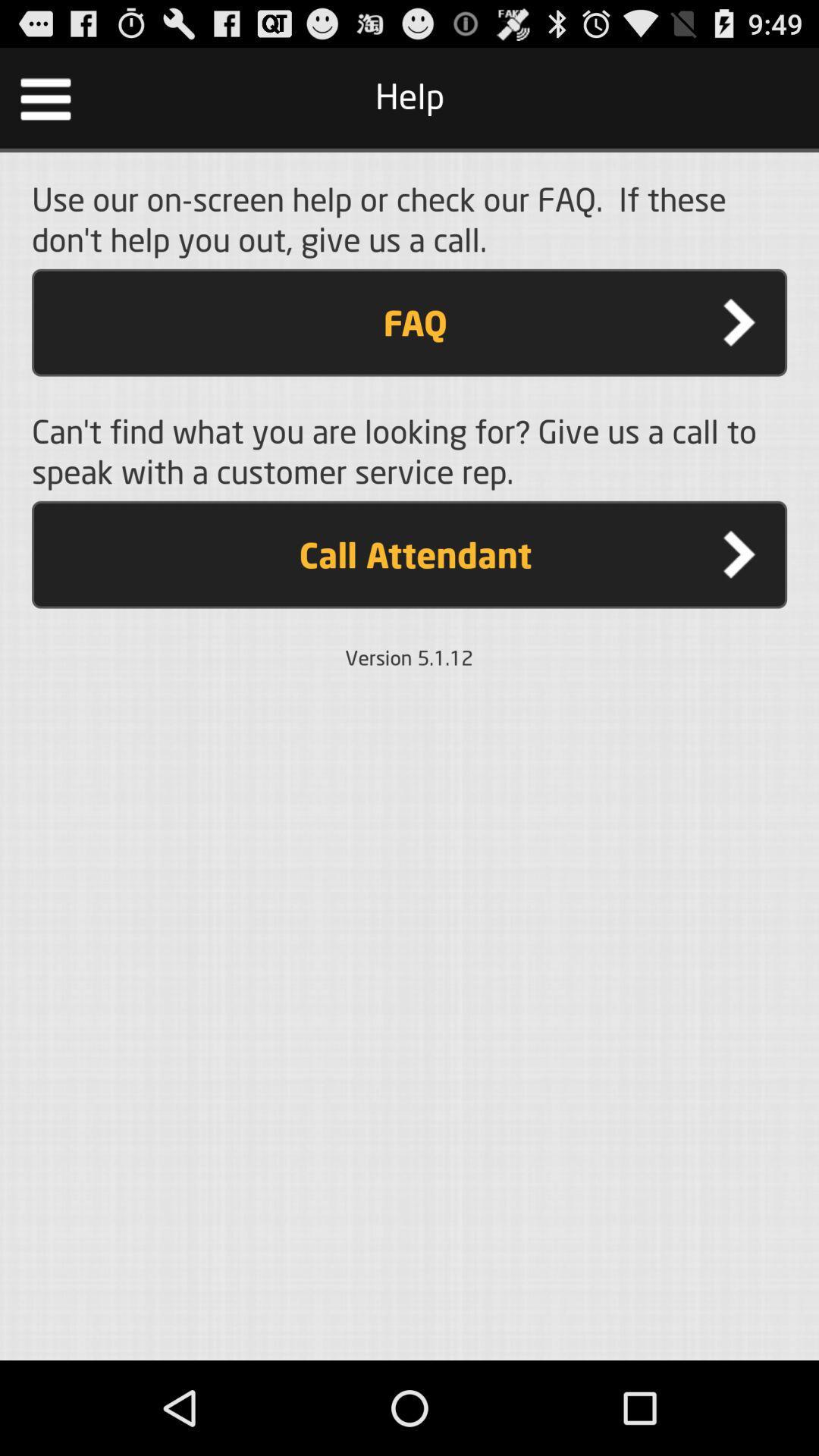  Describe the element at coordinates (45, 104) in the screenshot. I see `the menu icon` at that location.